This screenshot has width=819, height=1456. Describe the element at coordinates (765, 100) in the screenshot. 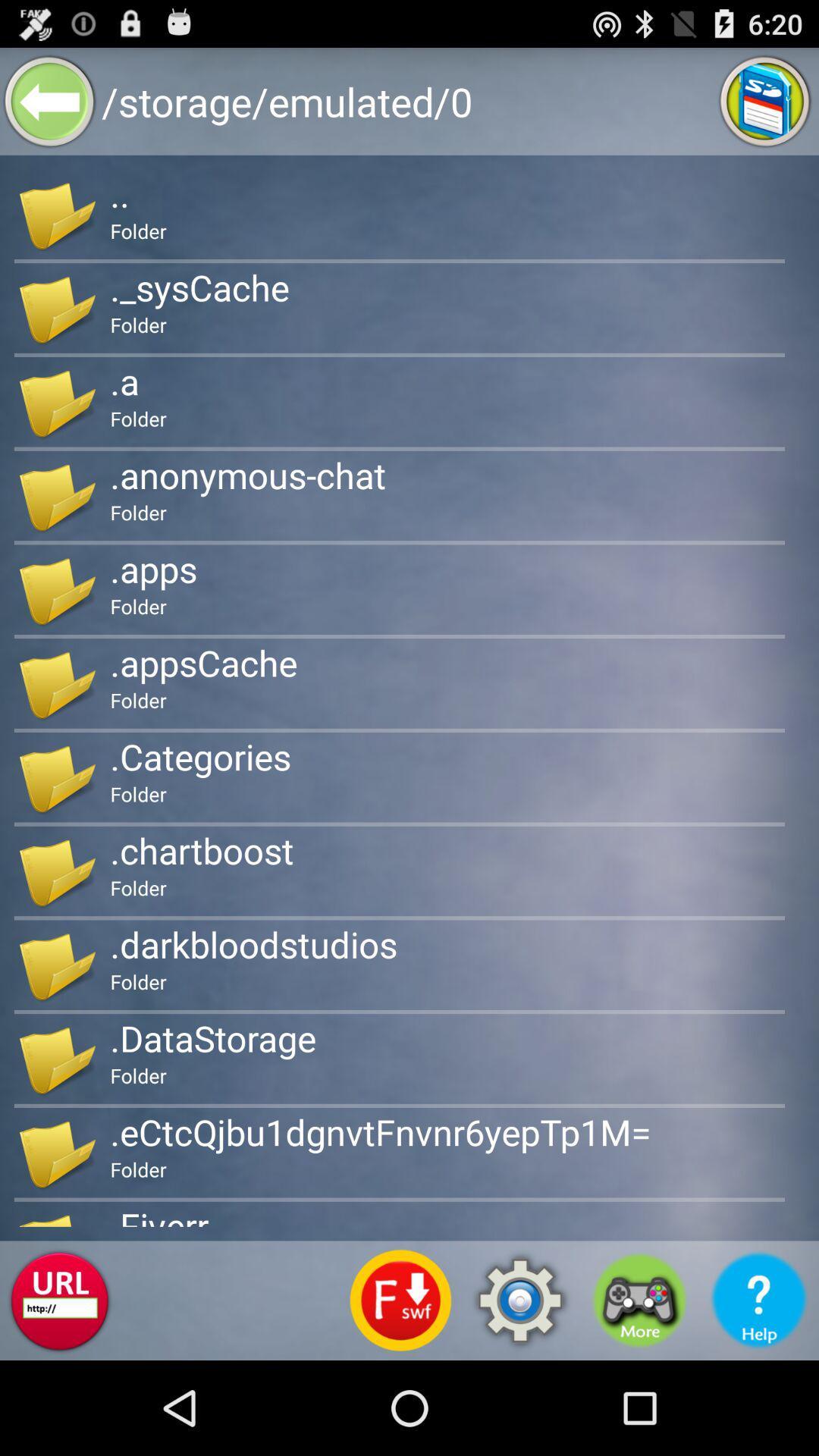

I see `sd storage` at that location.